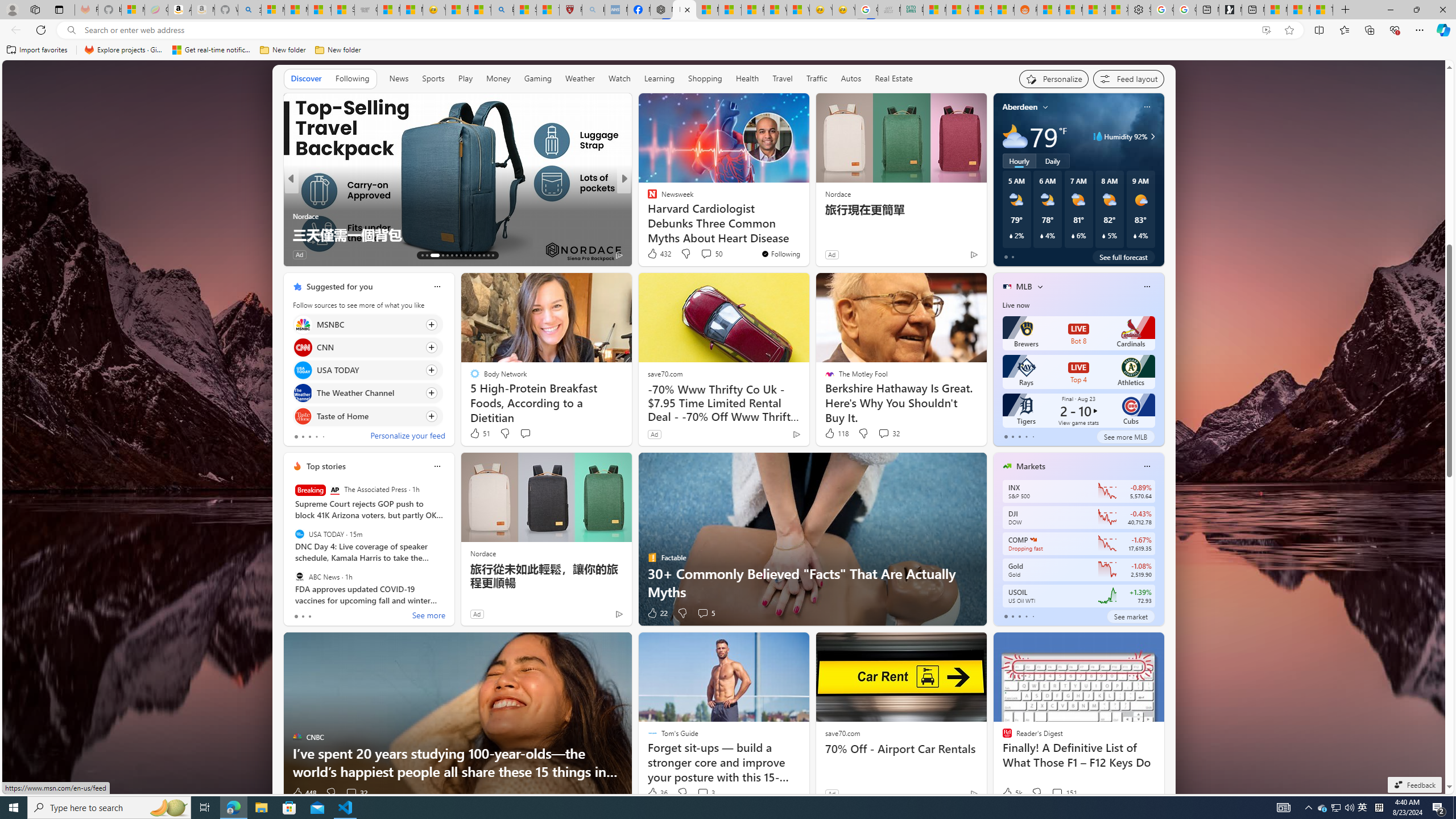 This screenshot has width=1456, height=819. Describe the element at coordinates (709, 254) in the screenshot. I see `'View comments 104 Comment'` at that location.